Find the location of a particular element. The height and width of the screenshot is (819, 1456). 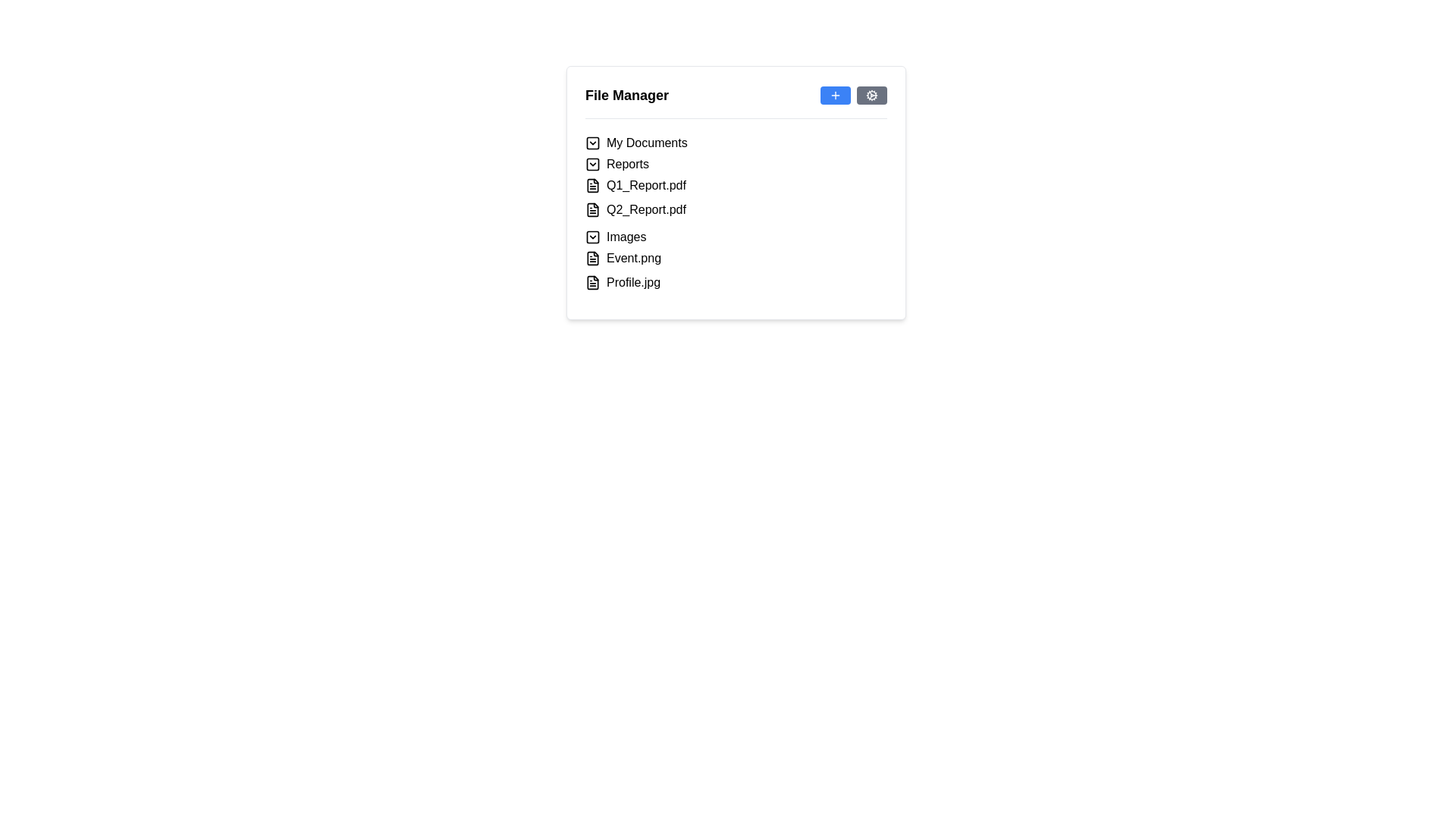

the 'Profile.jpg' file entry row is located at coordinates (736, 283).